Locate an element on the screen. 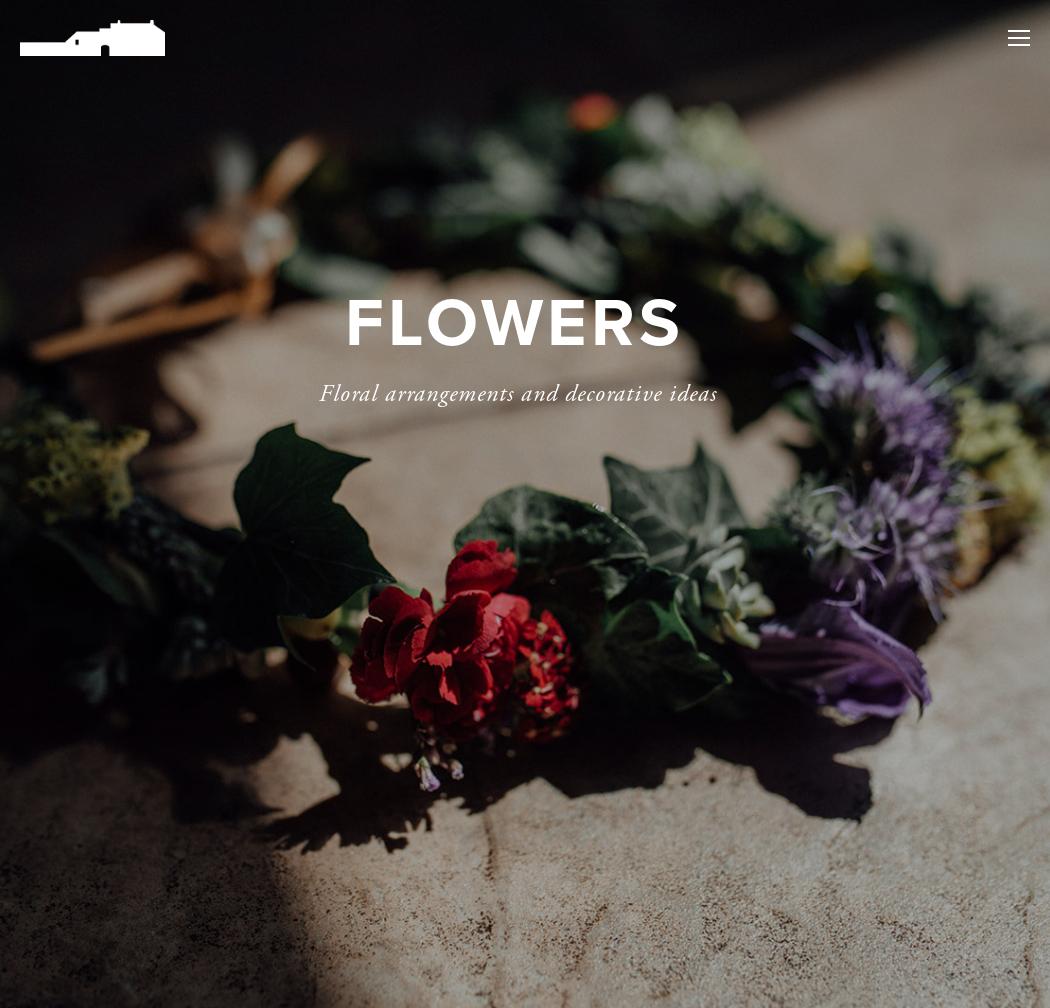 Image resolution: width=1050 pixels, height=1008 pixels. 'Your wedding' is located at coordinates (898, 104).